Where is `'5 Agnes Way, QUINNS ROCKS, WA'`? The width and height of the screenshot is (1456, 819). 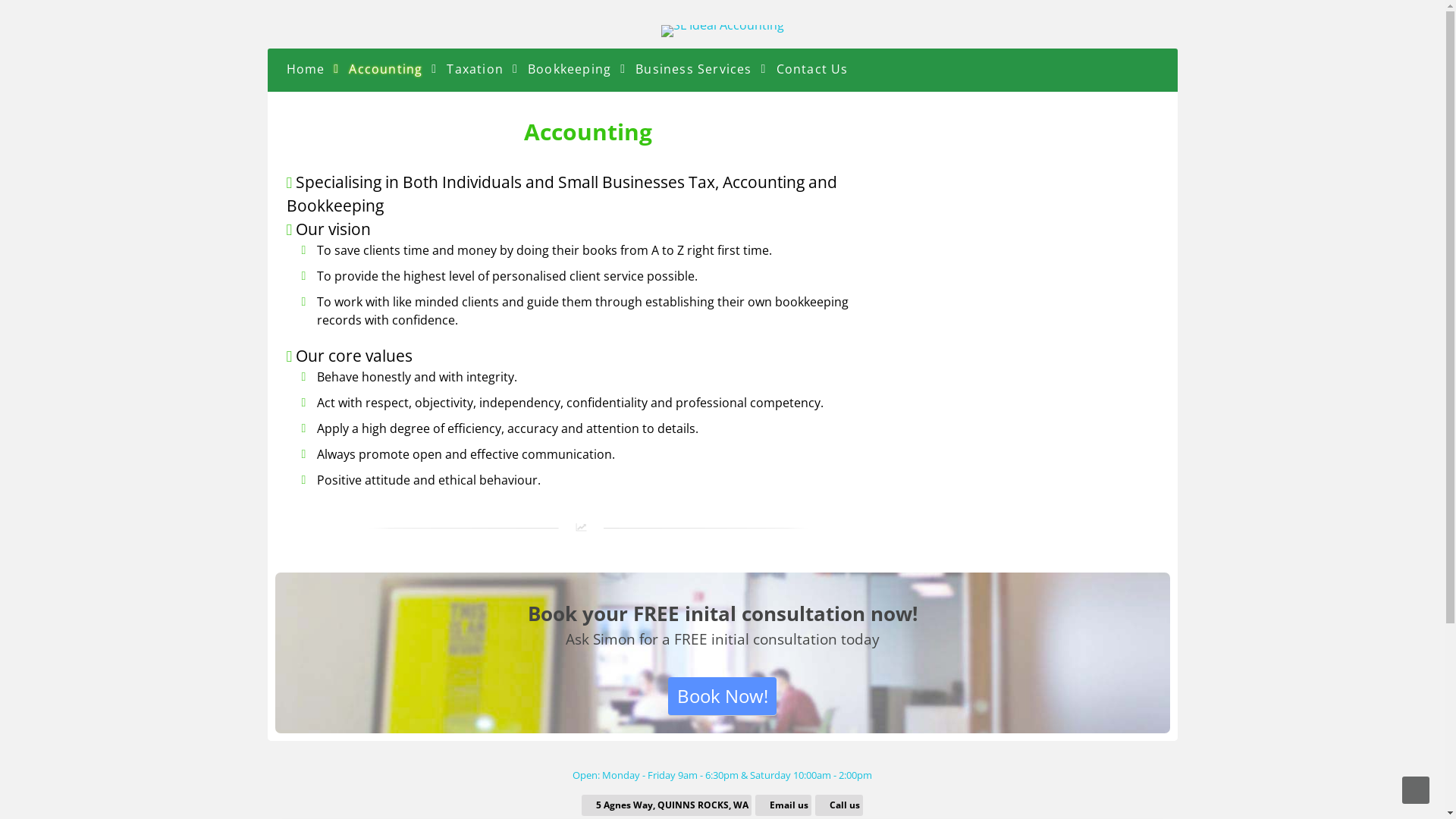 '5 Agnes Way, QUINNS ROCKS, WA' is located at coordinates (667, 804).